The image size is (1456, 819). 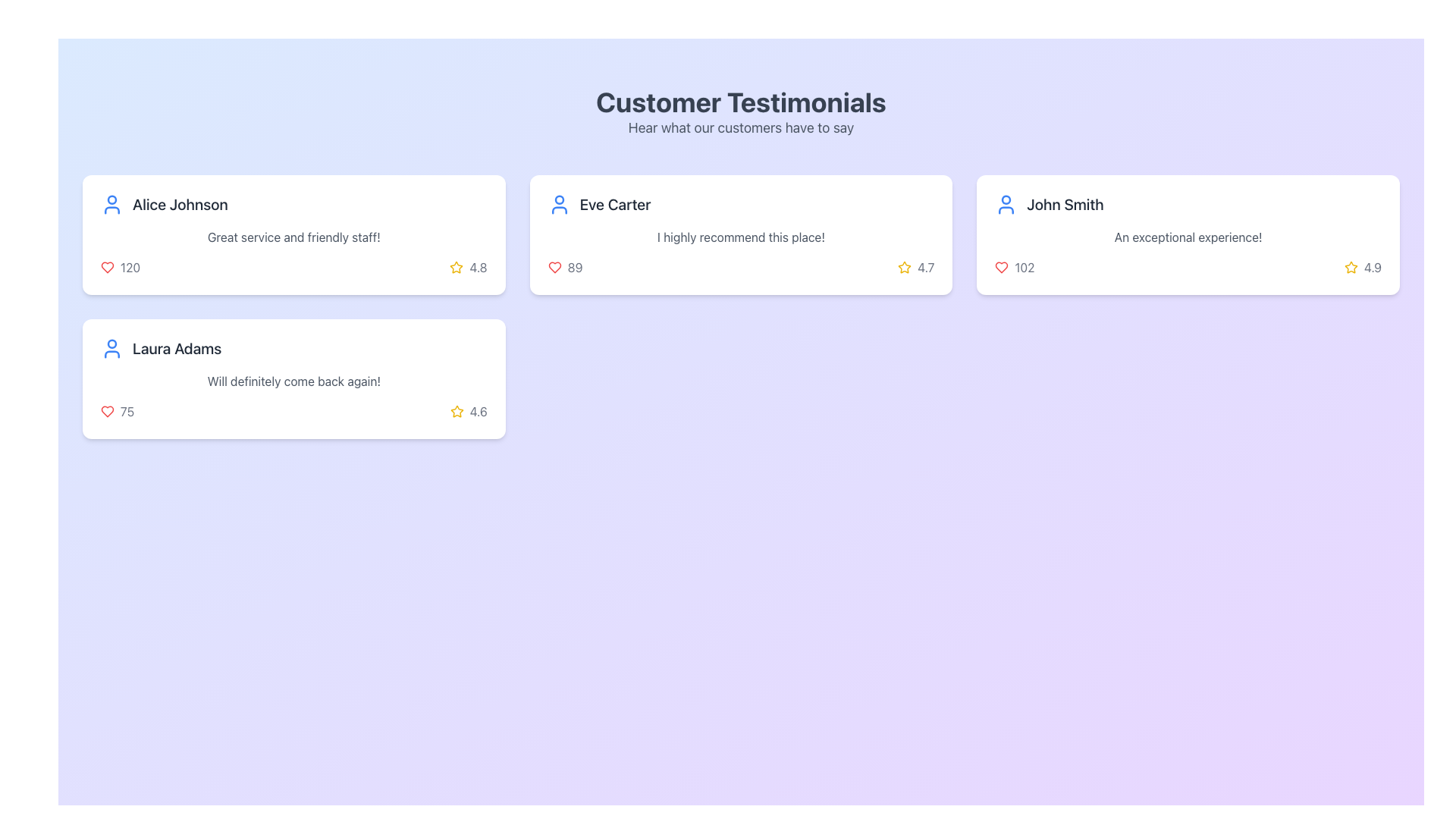 I want to click on the star icon located in the lower-left card, adjacent to the '4.6' text and to the right of the '75' heart count, so click(x=456, y=412).